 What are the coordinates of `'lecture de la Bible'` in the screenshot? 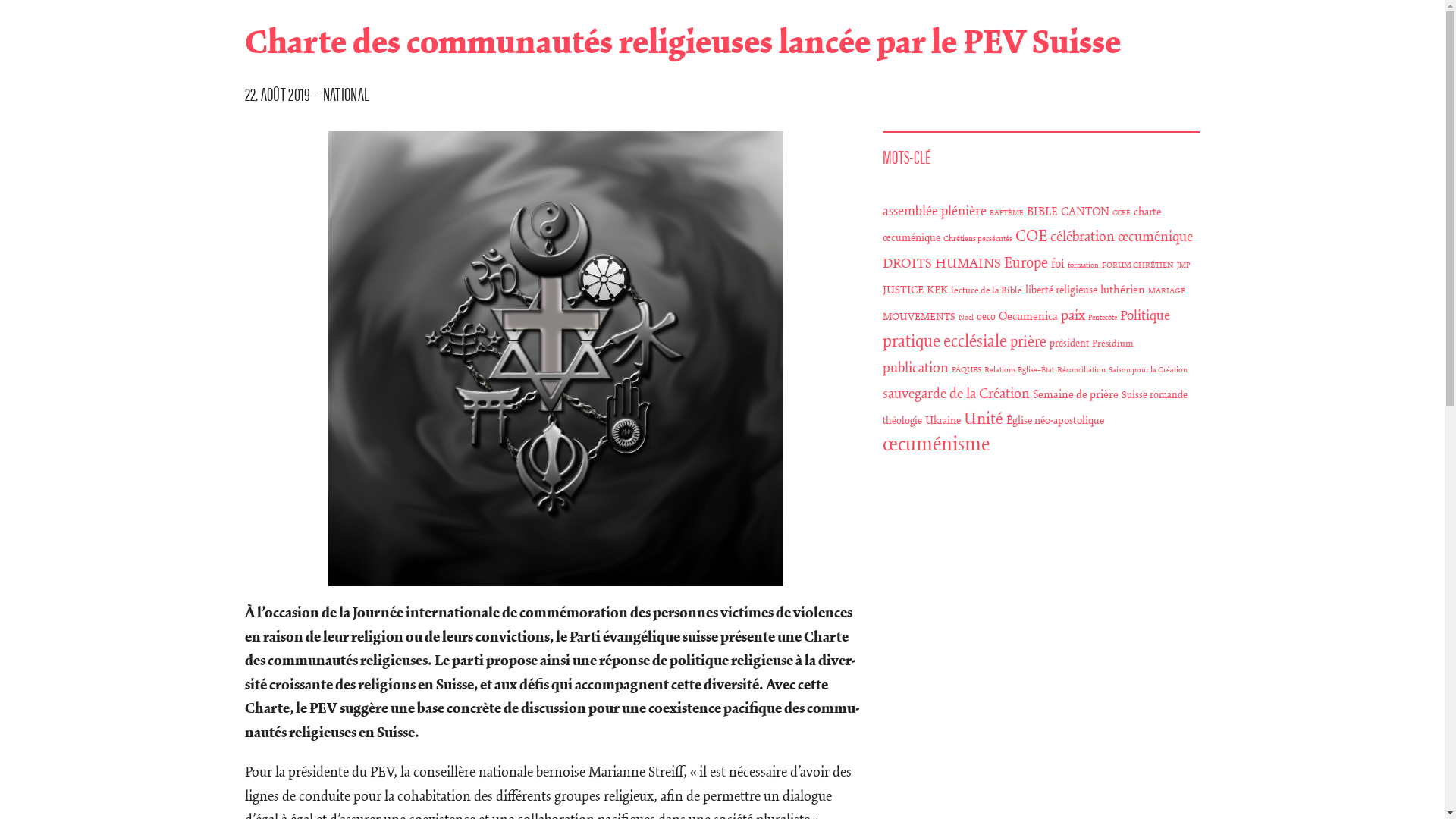 It's located at (986, 290).